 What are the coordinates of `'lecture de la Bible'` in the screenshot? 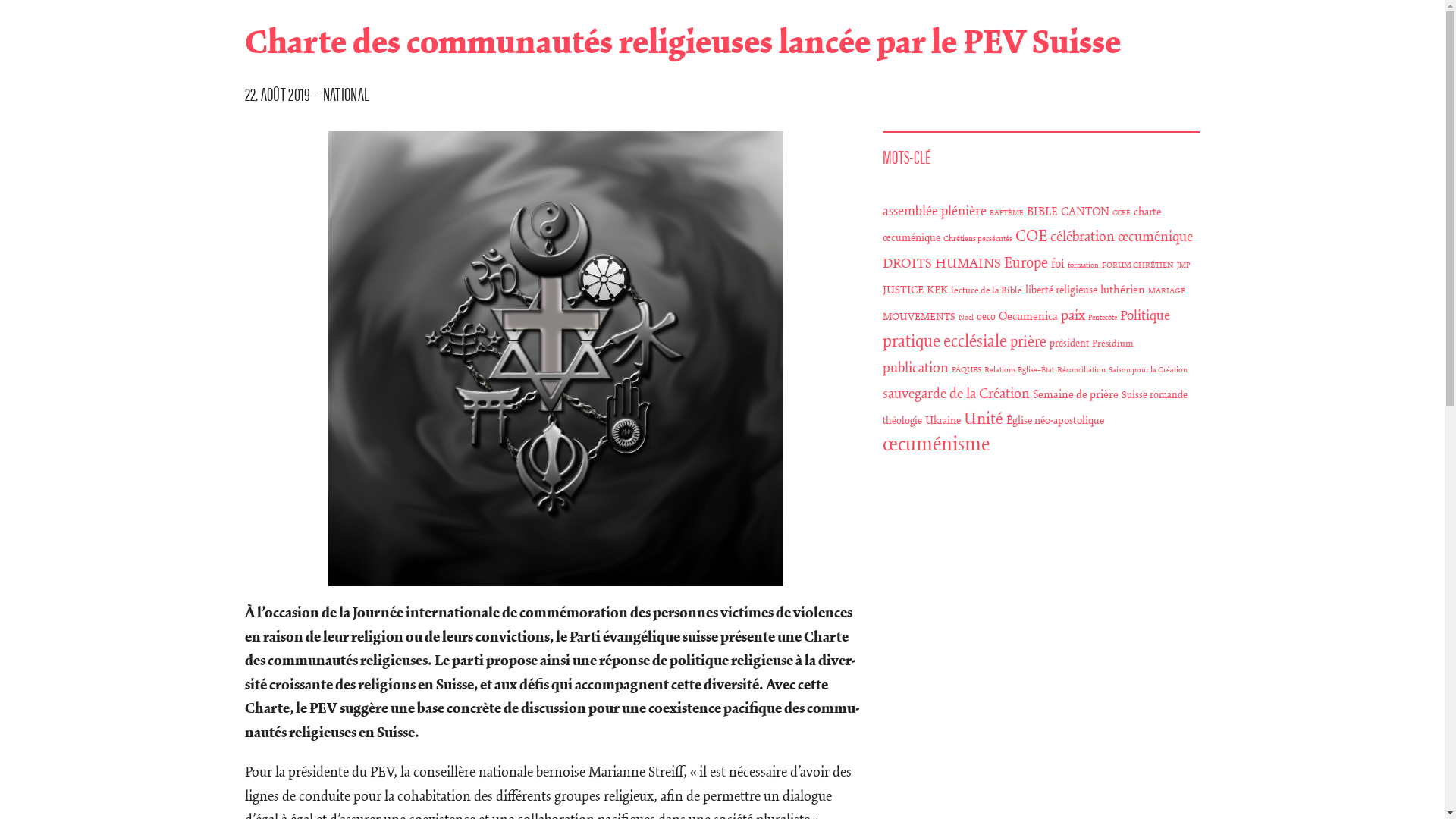 It's located at (986, 290).